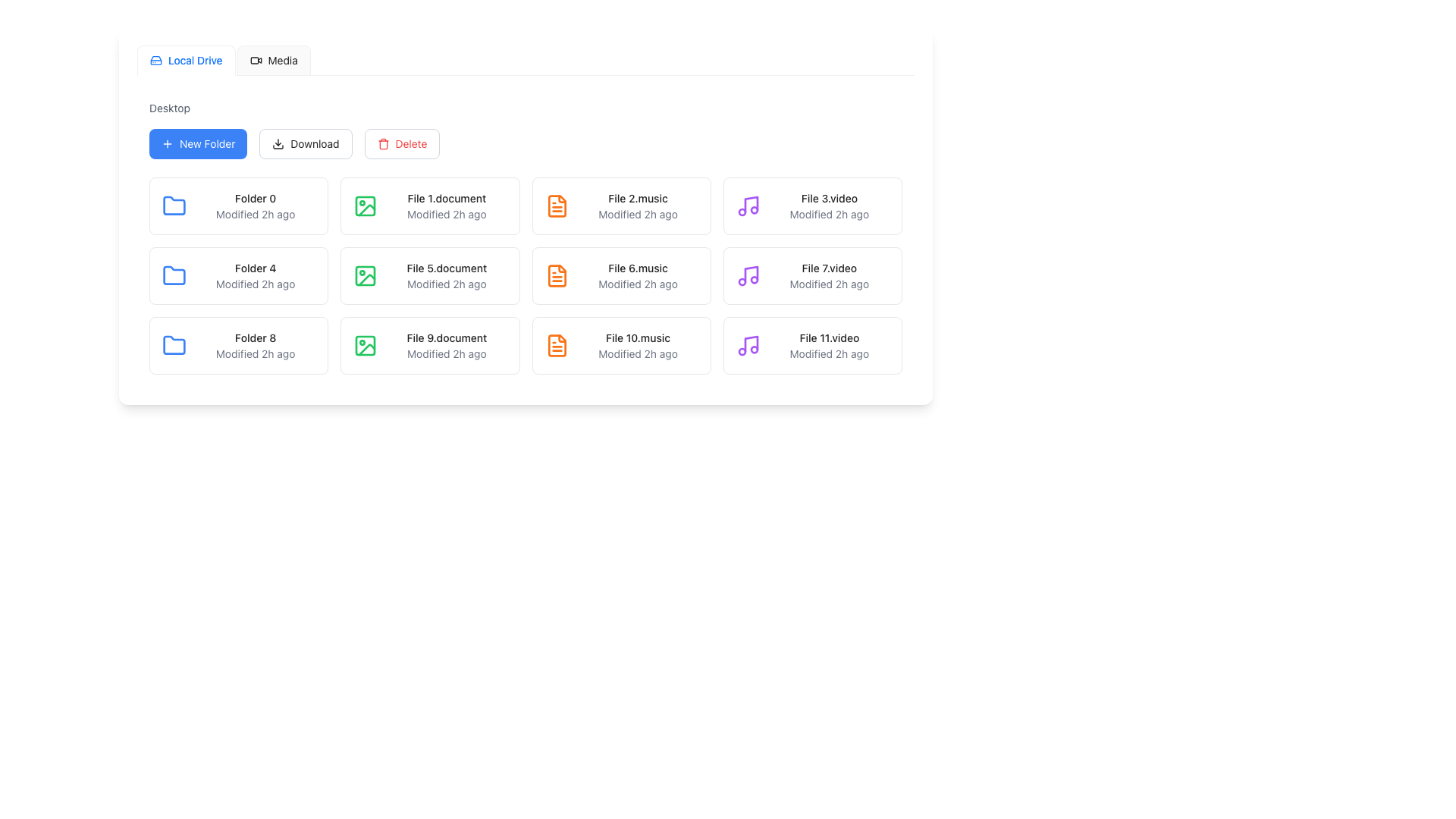 The width and height of the screenshot is (1456, 819). I want to click on the clickable text link labeled 'Desktop' to observe the hover effect that changes its color to blue, so click(169, 107).